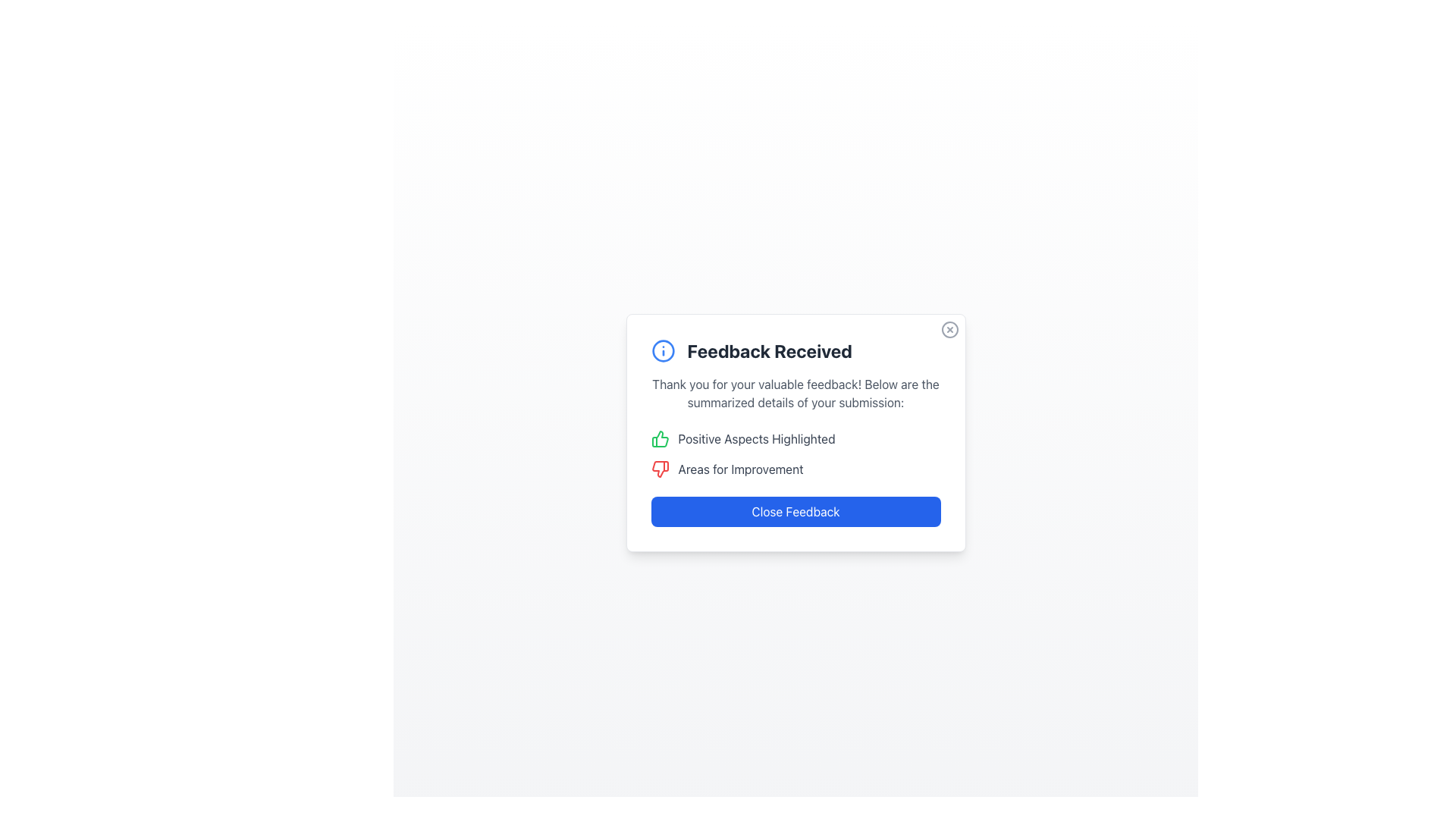 Image resolution: width=1456 pixels, height=819 pixels. Describe the element at coordinates (795, 393) in the screenshot. I see `the Text block that provides textual feedback and guidance, situated beneath the 'Feedback Received' header and above the sections 'Positive Aspects Highlighted' and 'Areas for Improvement'` at that location.